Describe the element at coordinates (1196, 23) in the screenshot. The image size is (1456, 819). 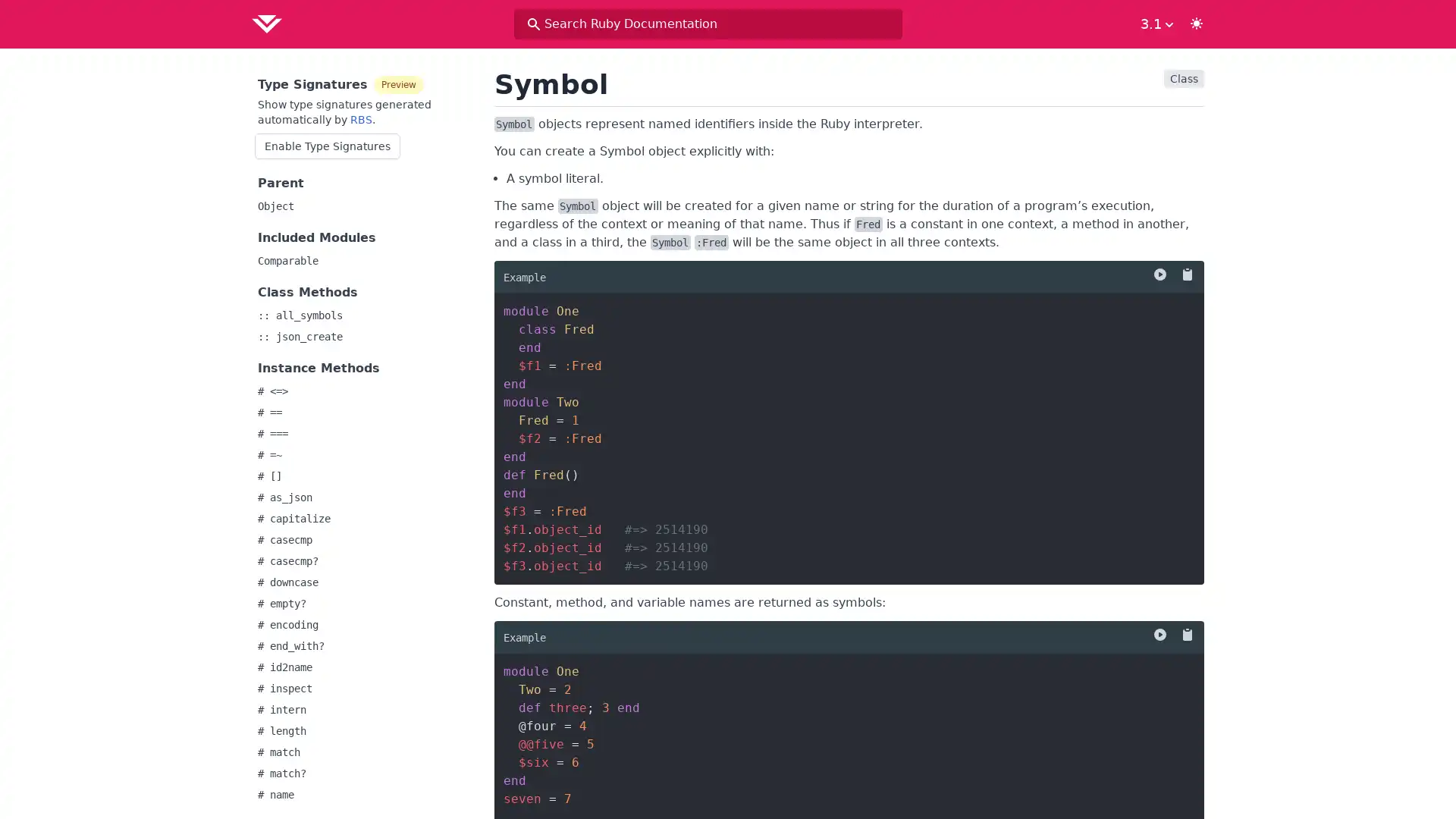
I see `Toggle theme` at that location.